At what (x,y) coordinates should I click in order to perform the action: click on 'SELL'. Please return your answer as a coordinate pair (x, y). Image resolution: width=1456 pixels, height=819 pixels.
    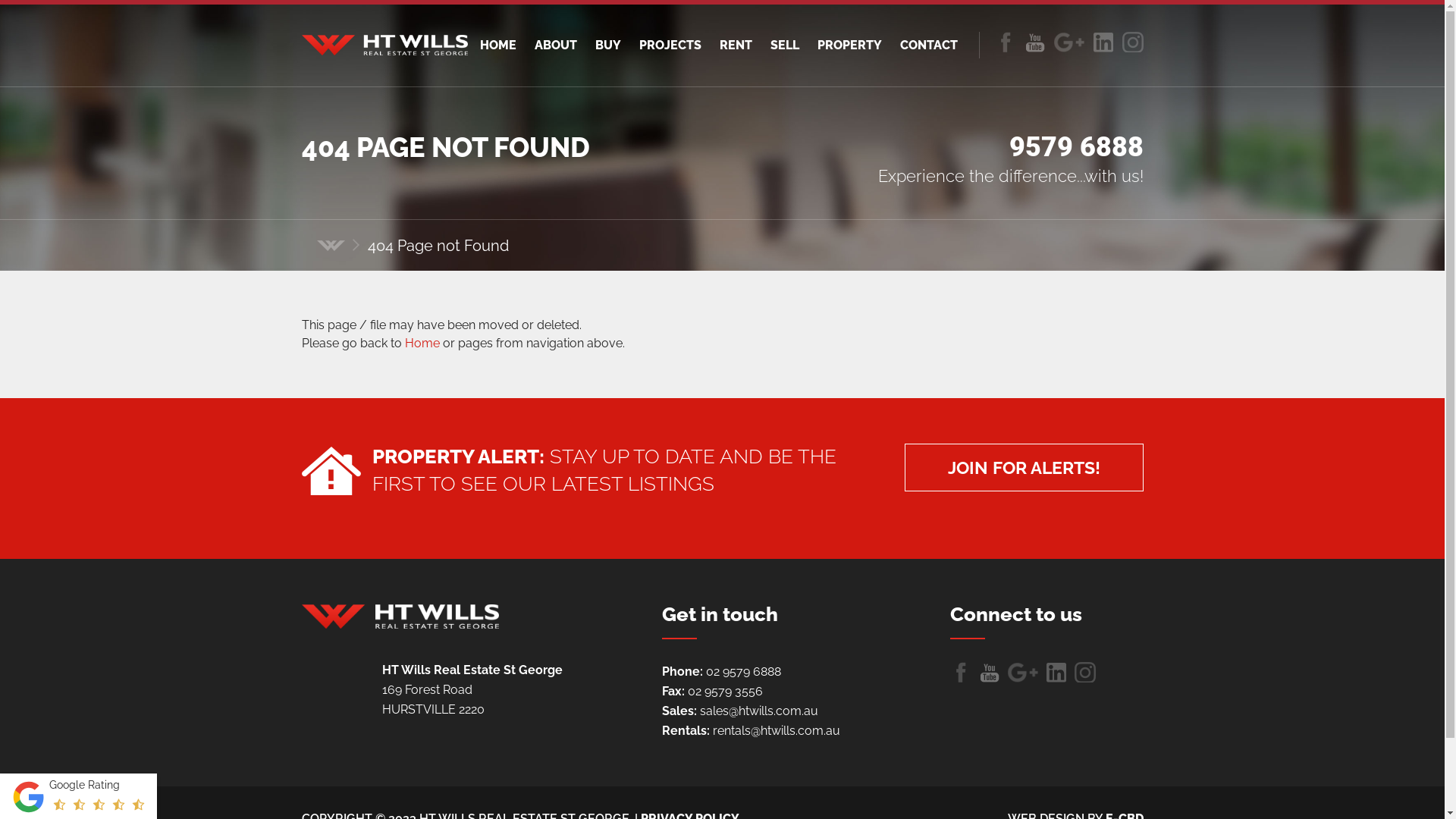
    Looking at the image, I should click on (785, 45).